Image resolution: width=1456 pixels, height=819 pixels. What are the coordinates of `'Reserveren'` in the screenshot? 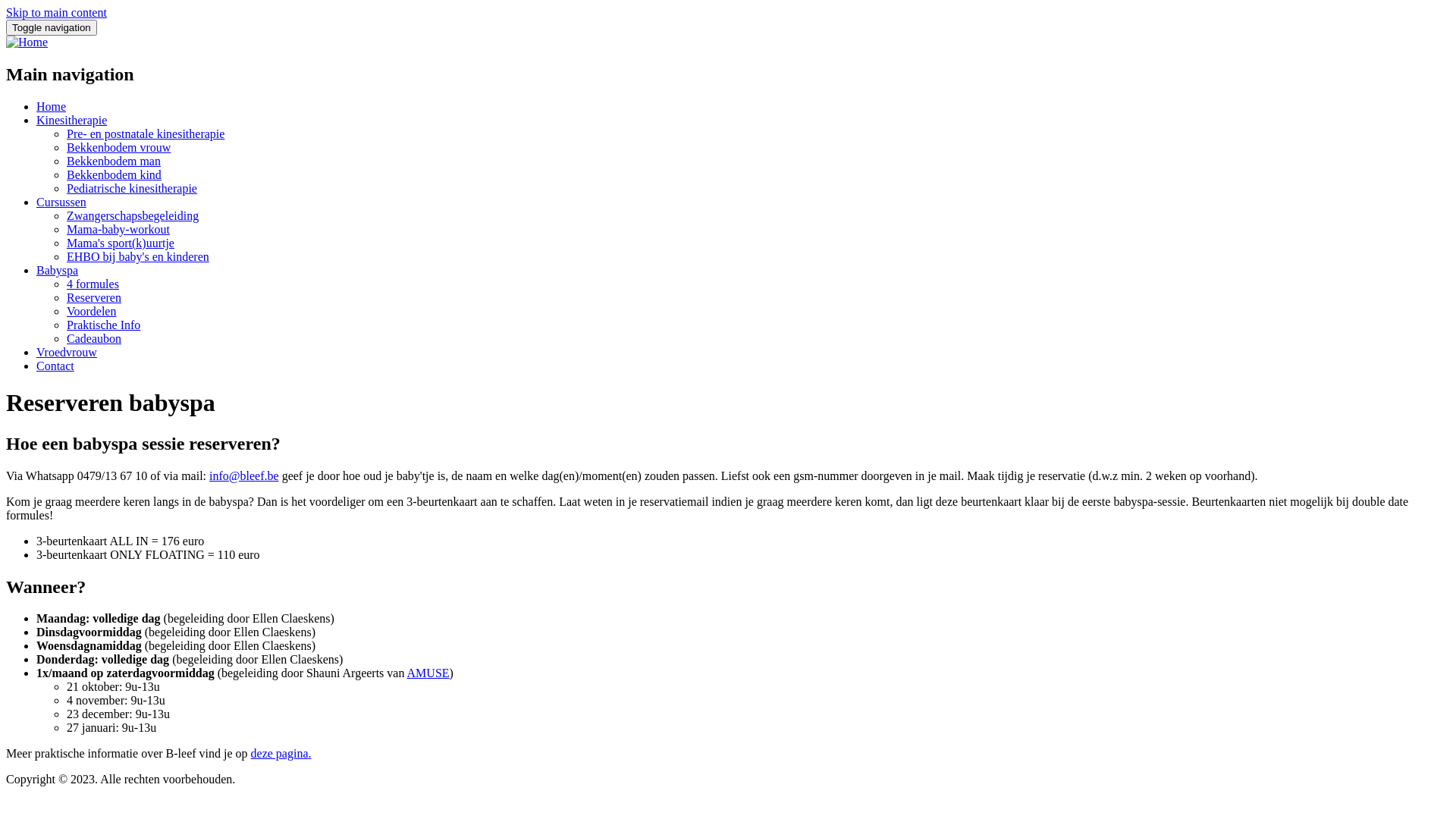 It's located at (93, 297).